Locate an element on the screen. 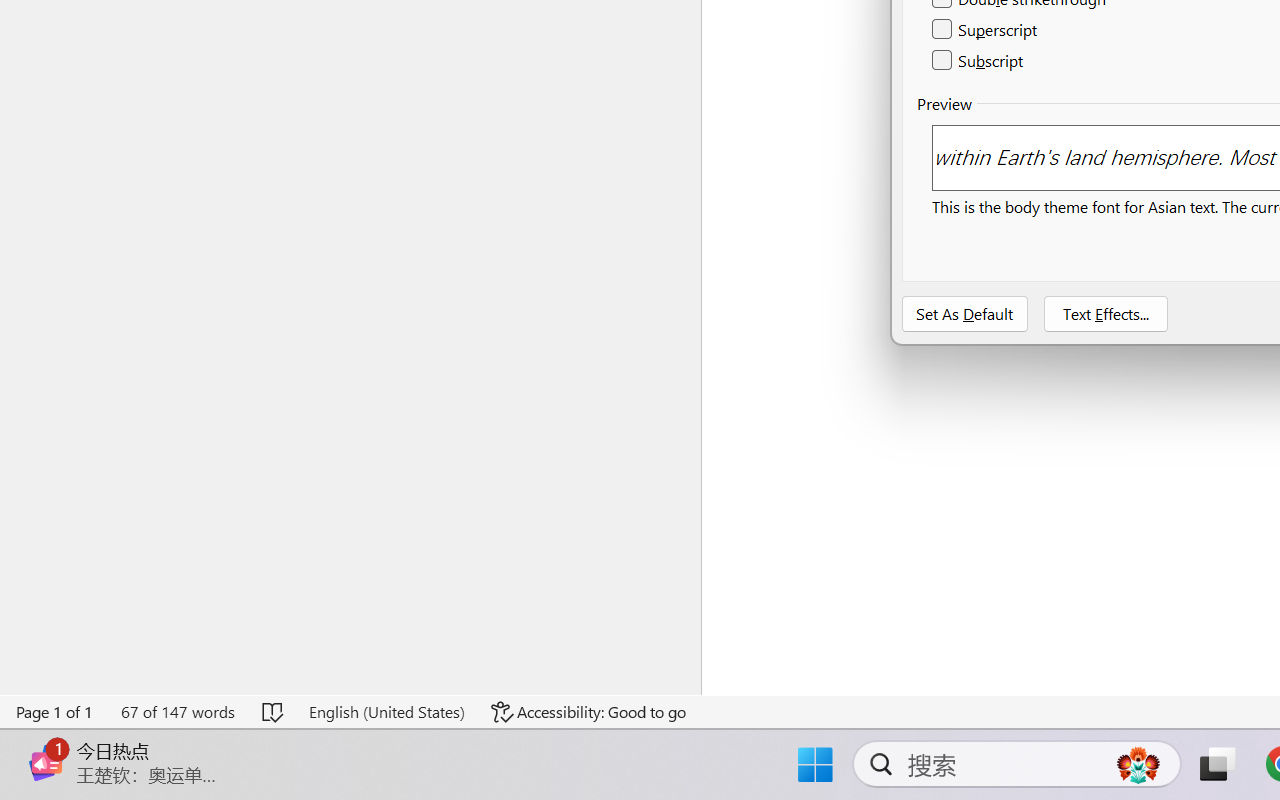 The image size is (1280, 800). 'Text Effects...' is located at coordinates (1104, 313).